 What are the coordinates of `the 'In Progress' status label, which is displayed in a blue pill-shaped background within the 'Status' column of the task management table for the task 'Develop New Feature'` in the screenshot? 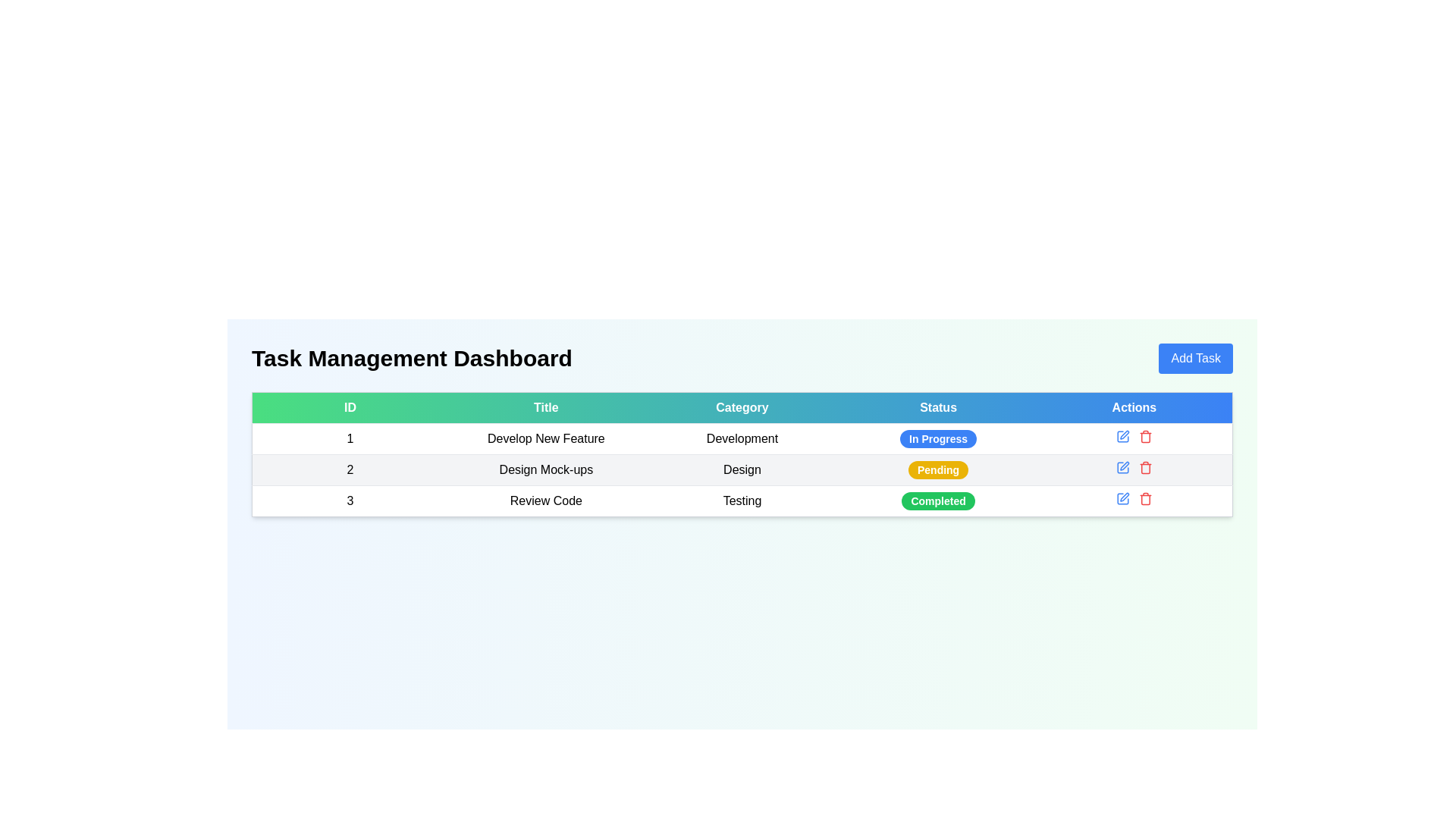 It's located at (937, 438).